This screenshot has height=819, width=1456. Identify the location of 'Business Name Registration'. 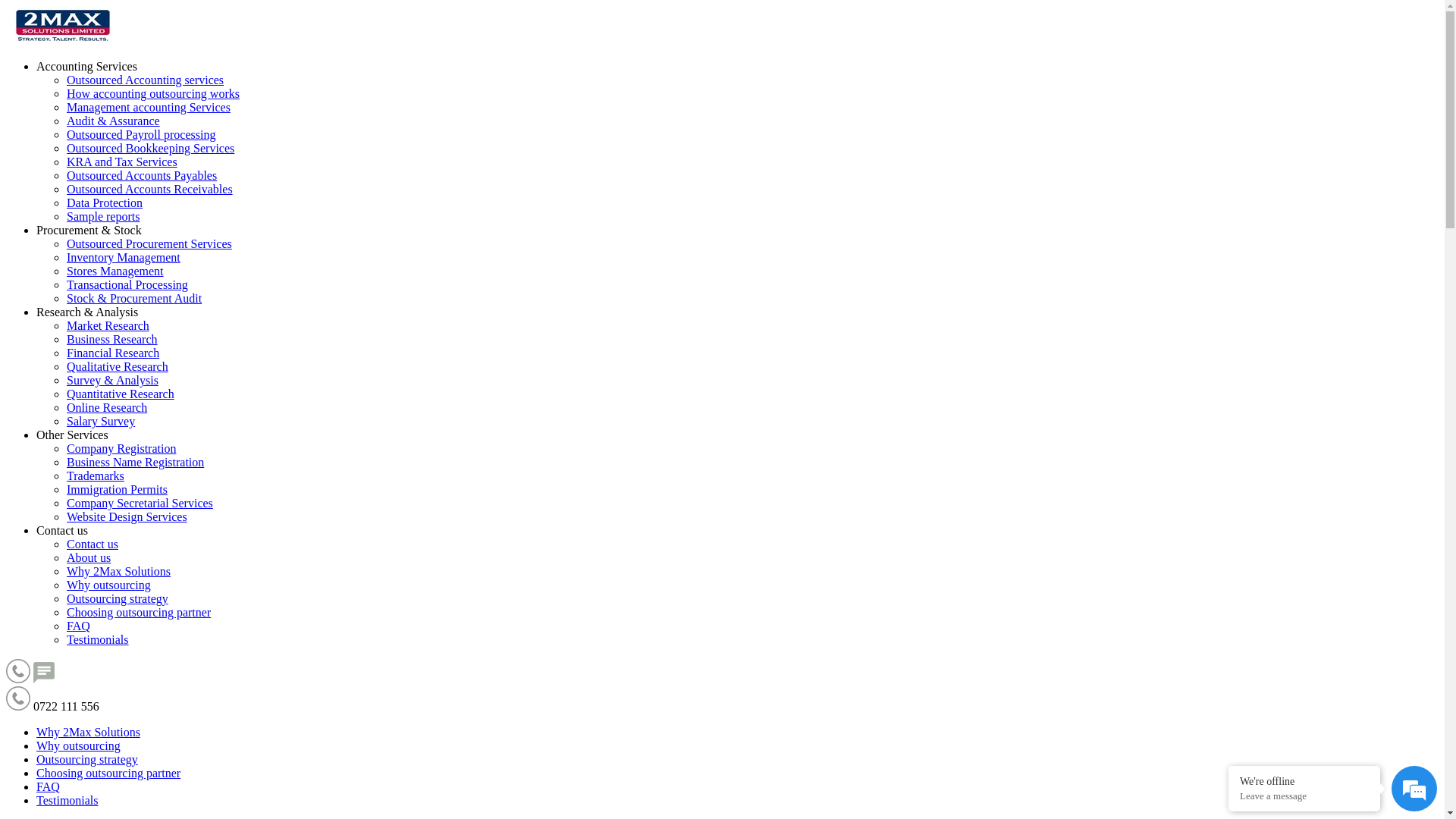
(135, 461).